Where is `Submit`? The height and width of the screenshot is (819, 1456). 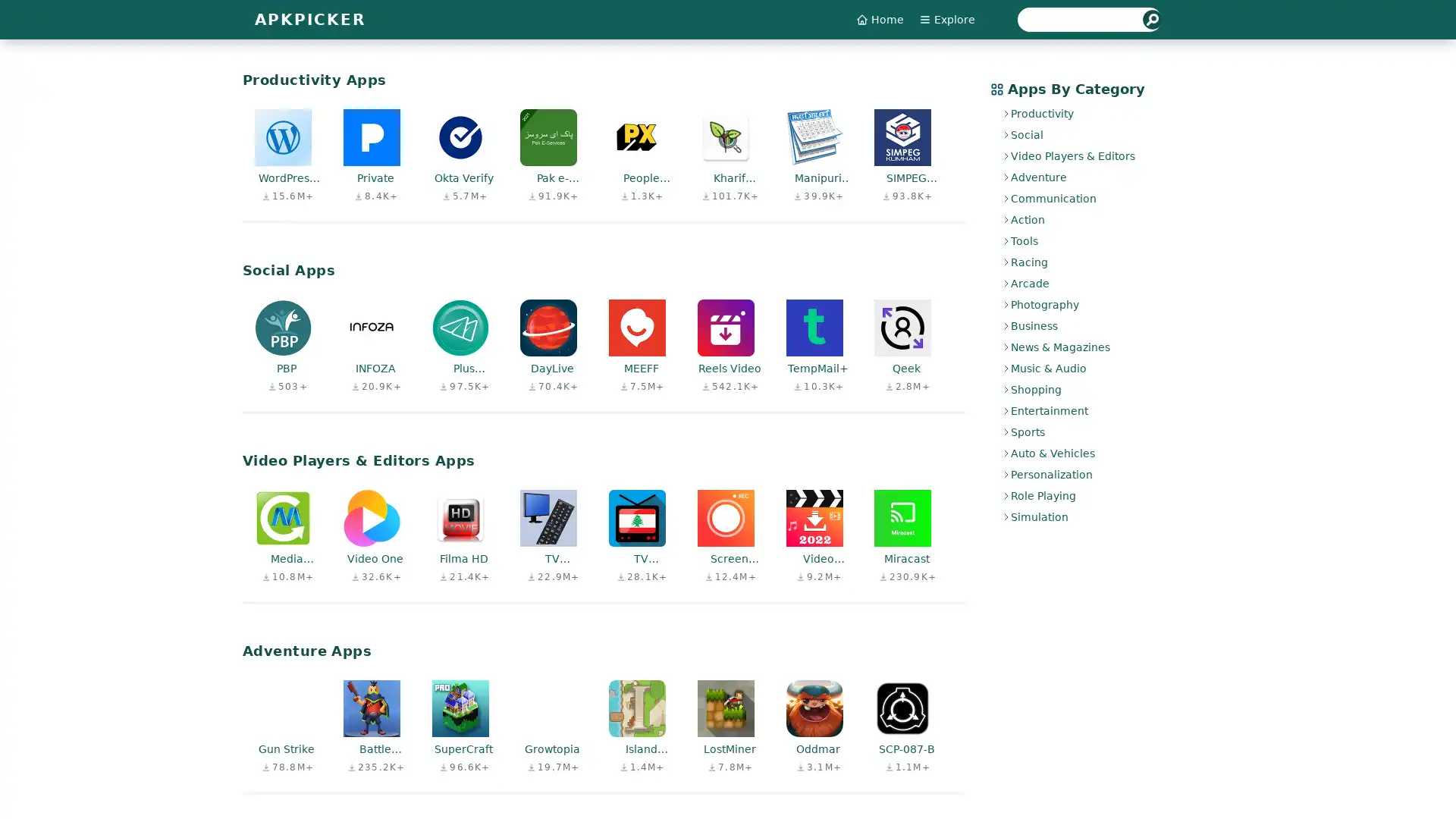 Submit is located at coordinates (1147, 20).